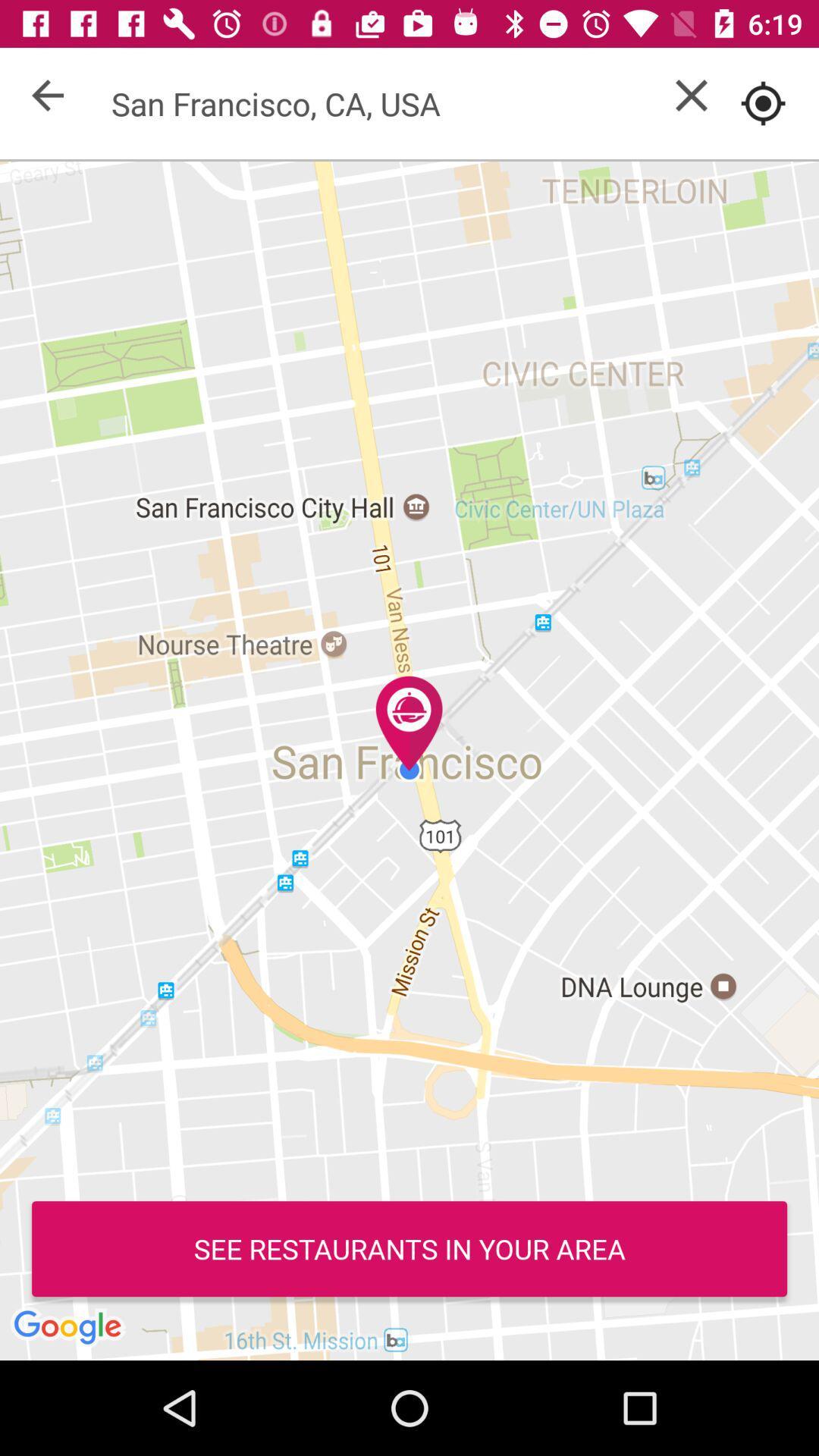 The image size is (819, 1456). I want to click on cancel search query, so click(691, 94).